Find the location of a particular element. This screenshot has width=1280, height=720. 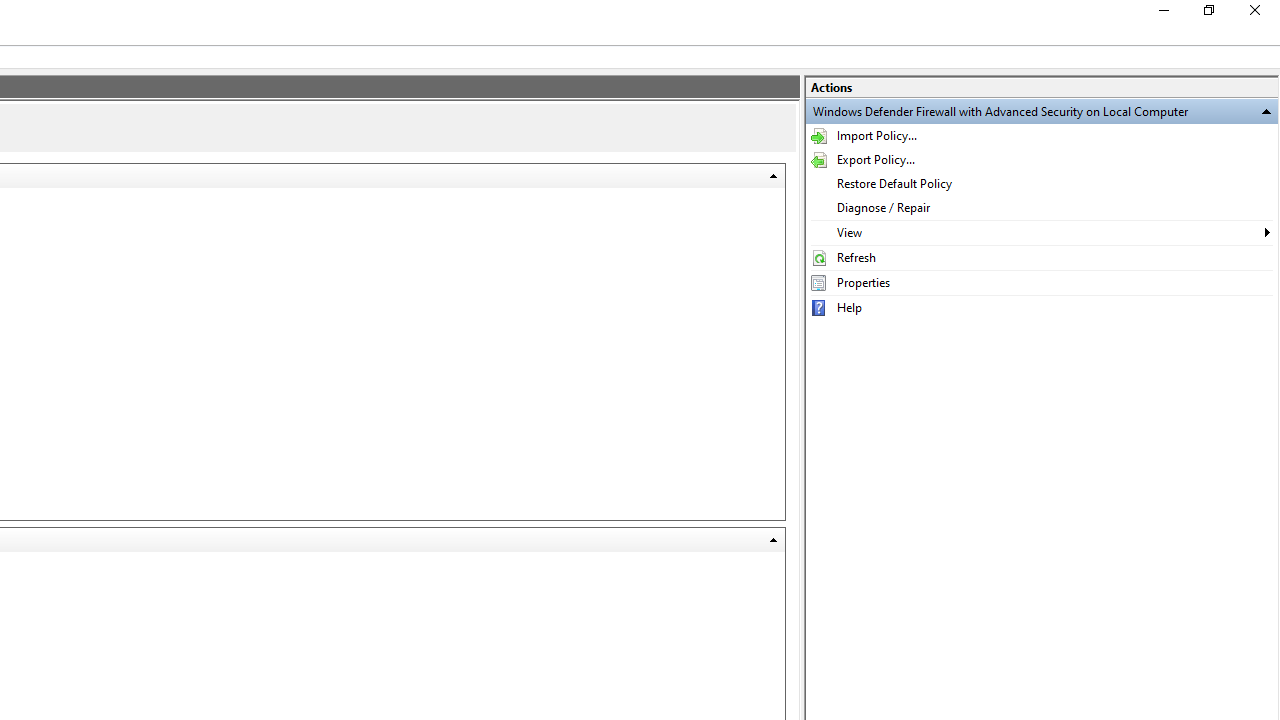

'View' is located at coordinates (1040, 231).